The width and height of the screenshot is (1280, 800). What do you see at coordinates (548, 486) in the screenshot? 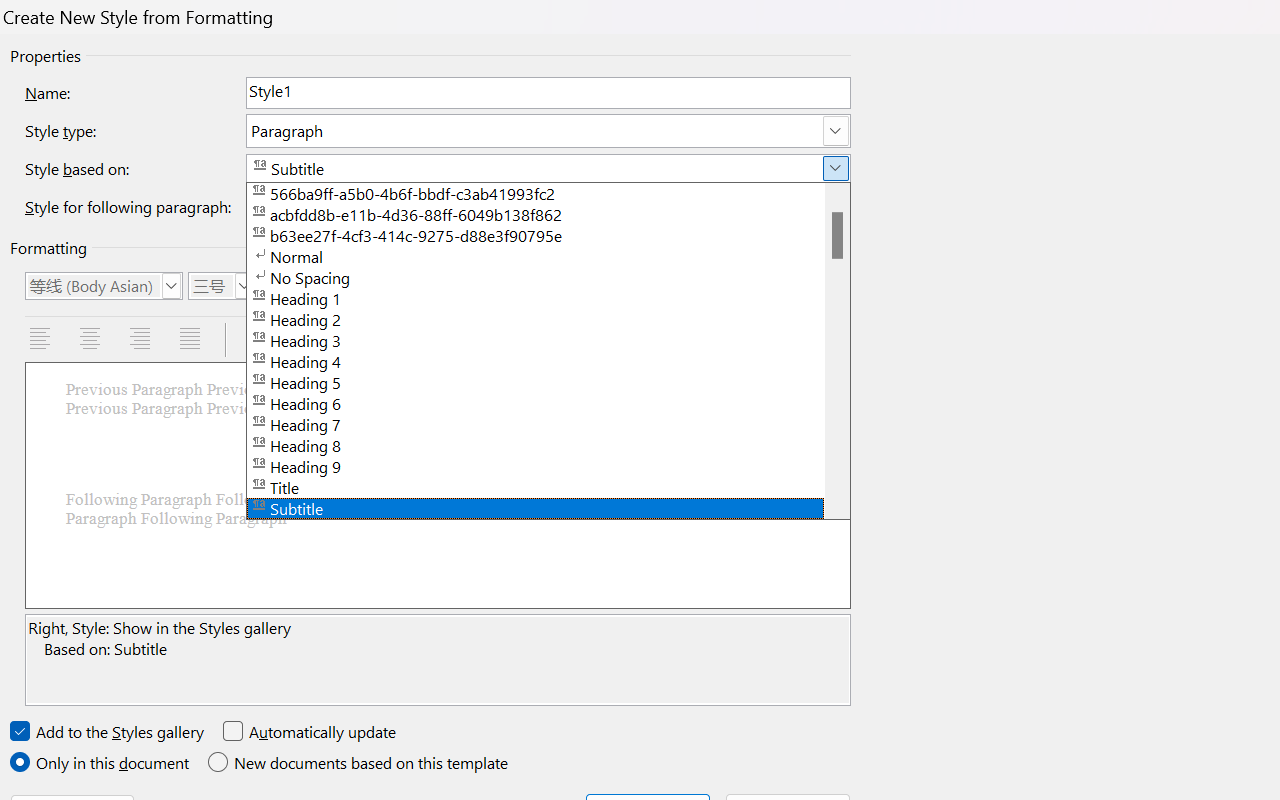
I see `'Title'` at bounding box center [548, 486].